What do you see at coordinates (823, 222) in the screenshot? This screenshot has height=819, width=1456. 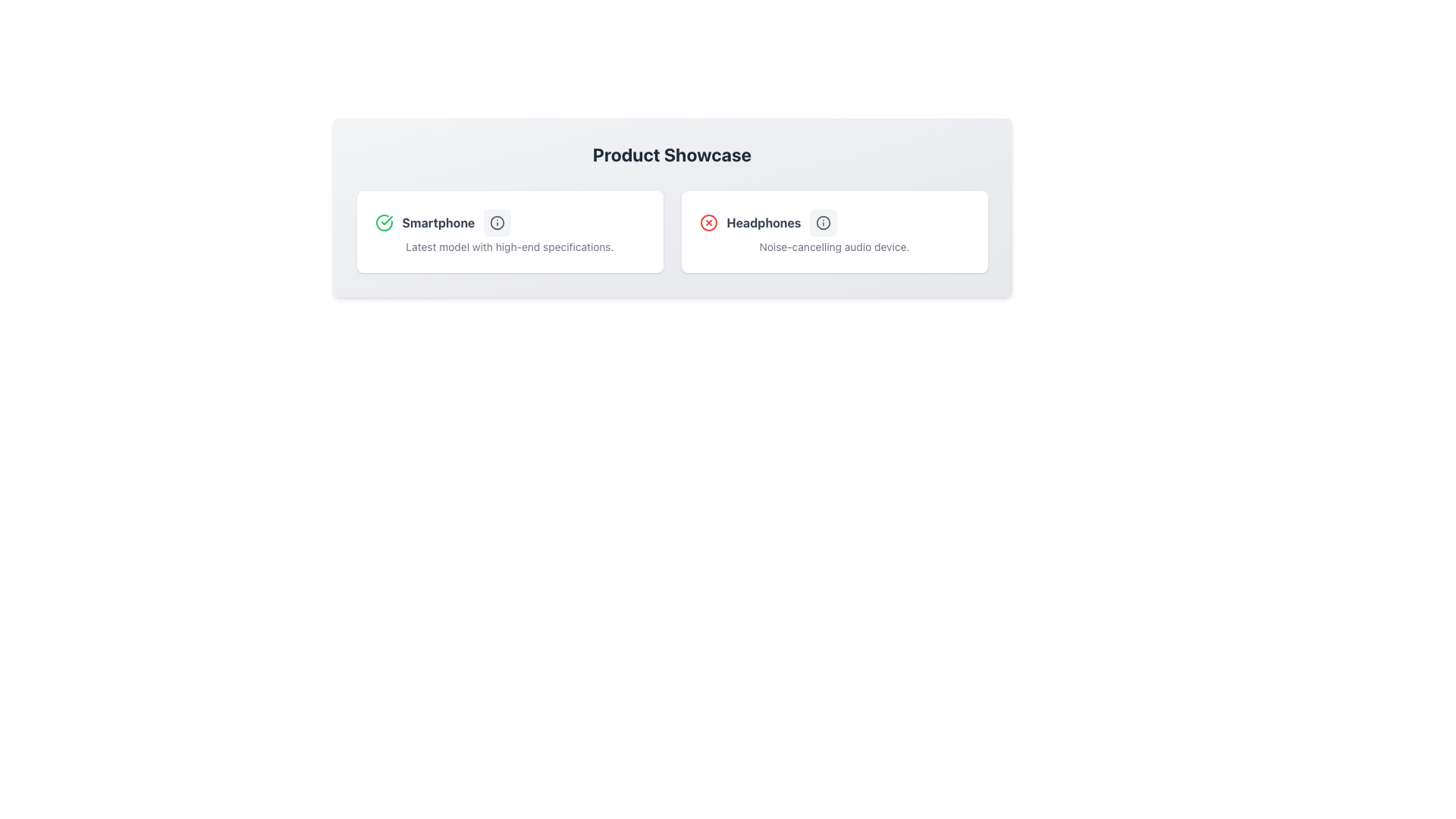 I see `the informational icon button in the 'Headphones' row of the 'Product Showcase' section` at bounding box center [823, 222].